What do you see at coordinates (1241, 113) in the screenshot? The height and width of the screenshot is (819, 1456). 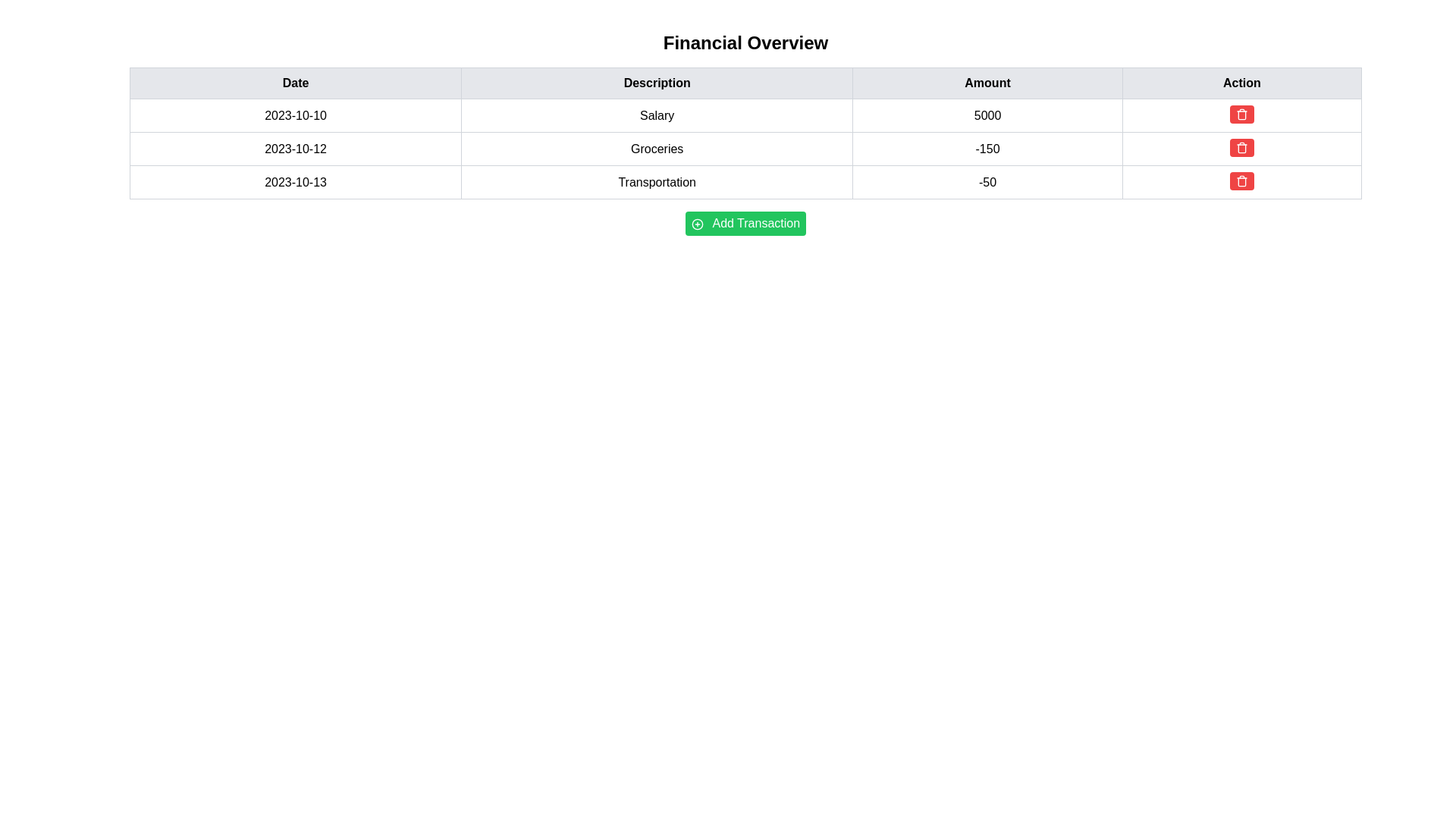 I see `the first button in the 'Action' column of the first row in the table` at bounding box center [1241, 113].